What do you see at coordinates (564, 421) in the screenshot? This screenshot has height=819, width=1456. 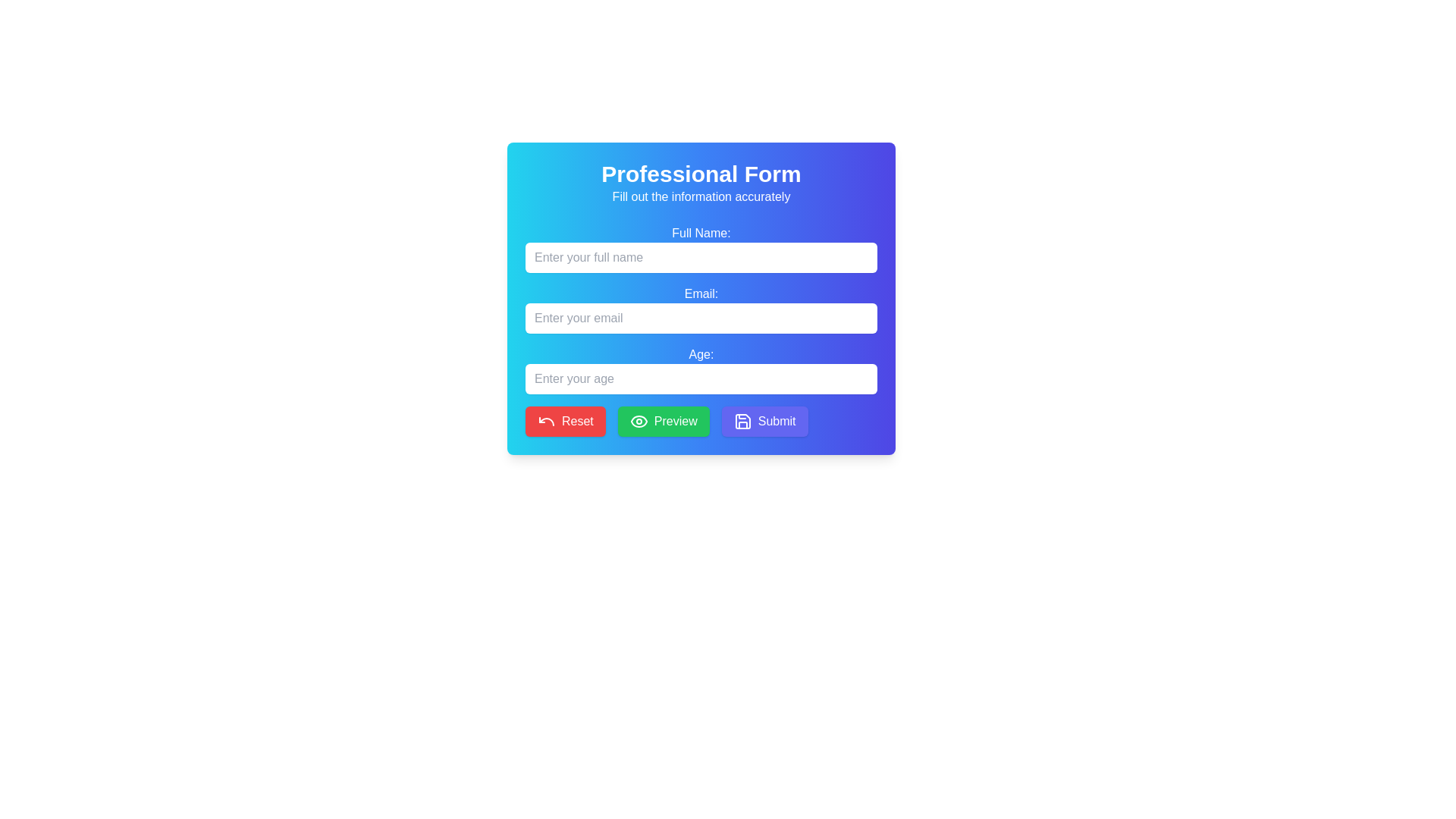 I see `the red 'Reset' button with white text and an undo icon to reset the form` at bounding box center [564, 421].